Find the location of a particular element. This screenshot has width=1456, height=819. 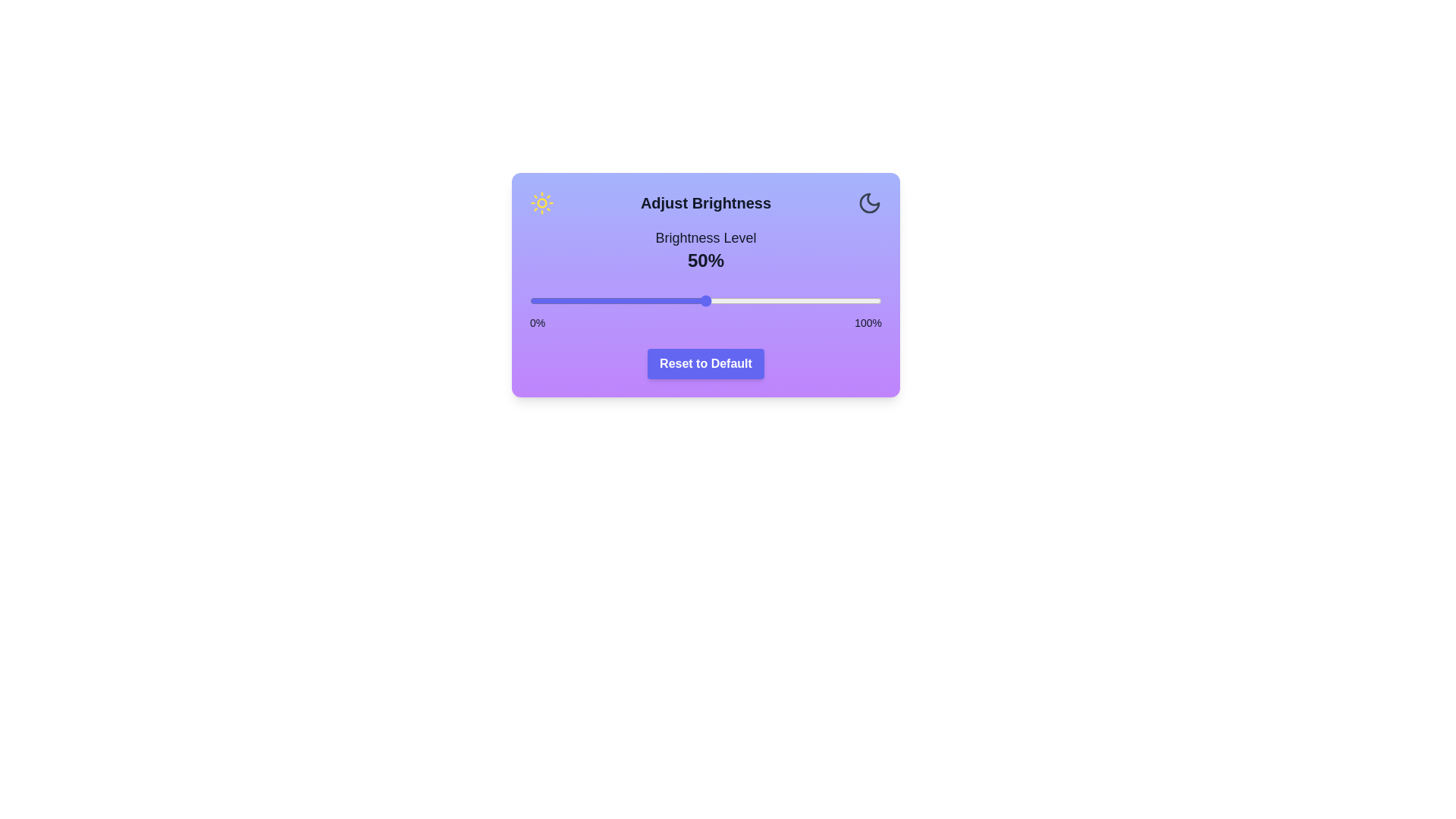

the brightness to 47% by moving the slider is located at coordinates (694, 301).